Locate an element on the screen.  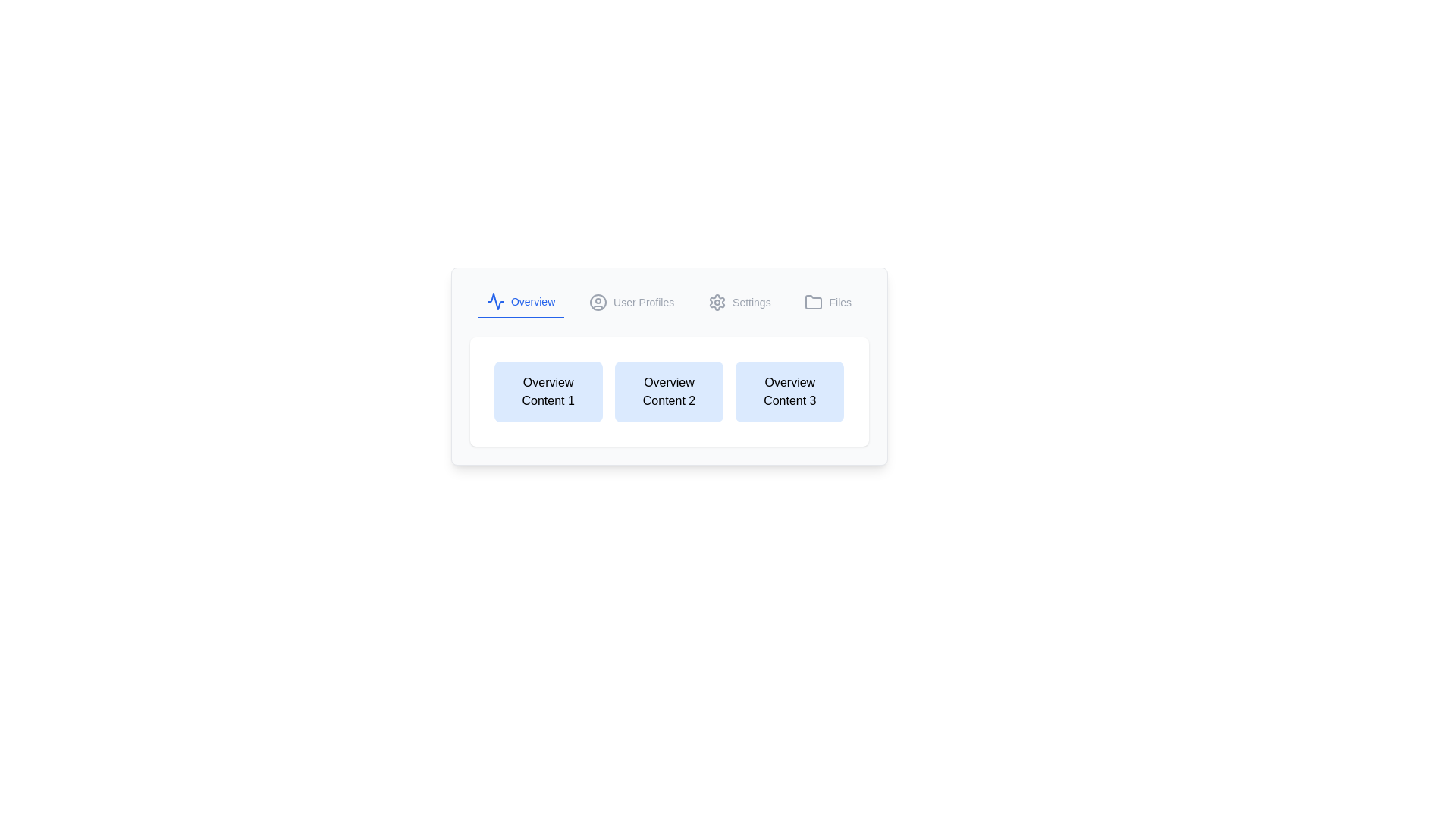
the blue waveform icon in the 'Overview' tab is located at coordinates (495, 301).